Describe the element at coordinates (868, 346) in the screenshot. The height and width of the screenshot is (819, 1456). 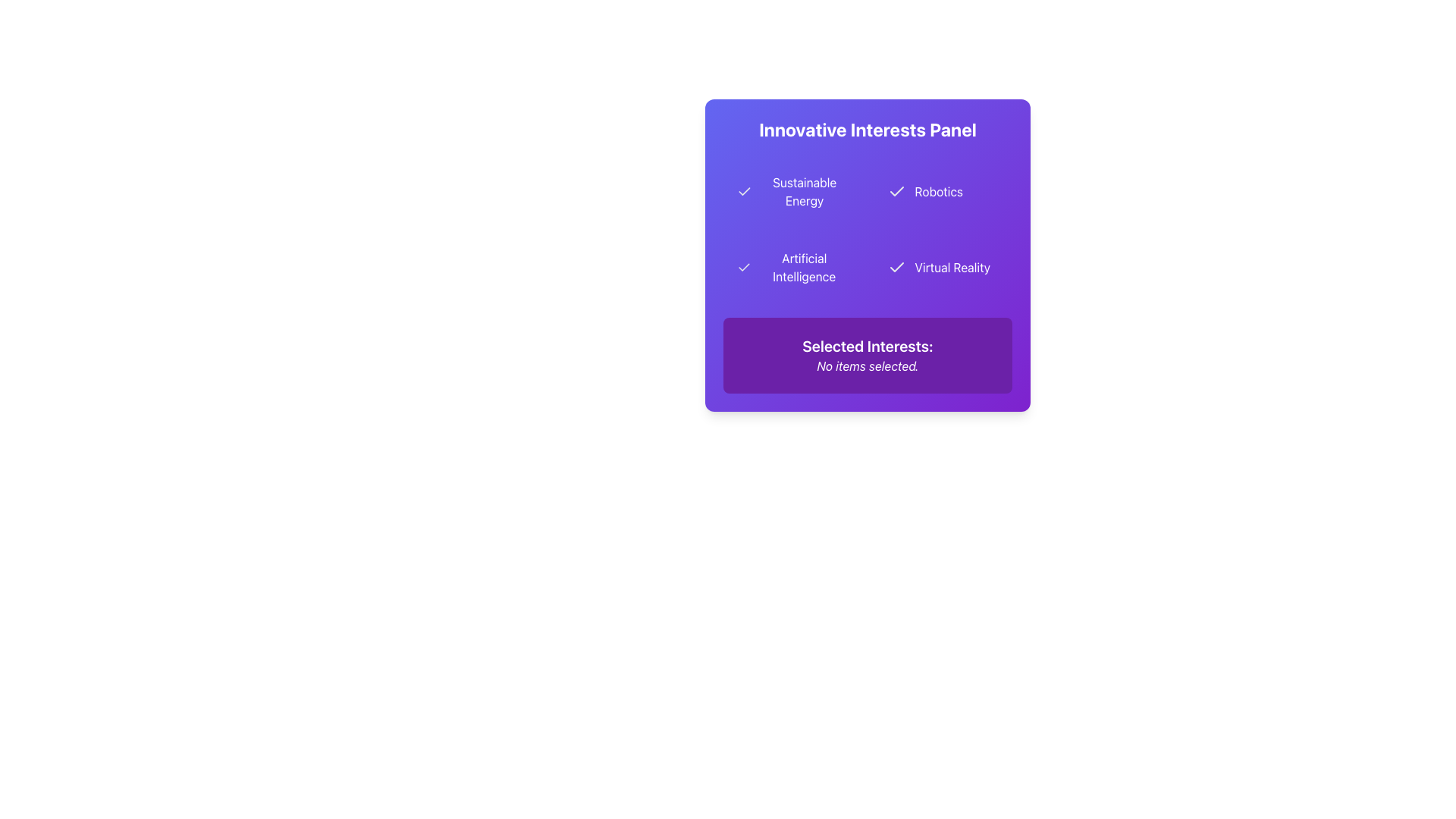
I see `the text label that serves as a header above the text 'No items selected' in the bottom section of a purple rectangular box` at that location.